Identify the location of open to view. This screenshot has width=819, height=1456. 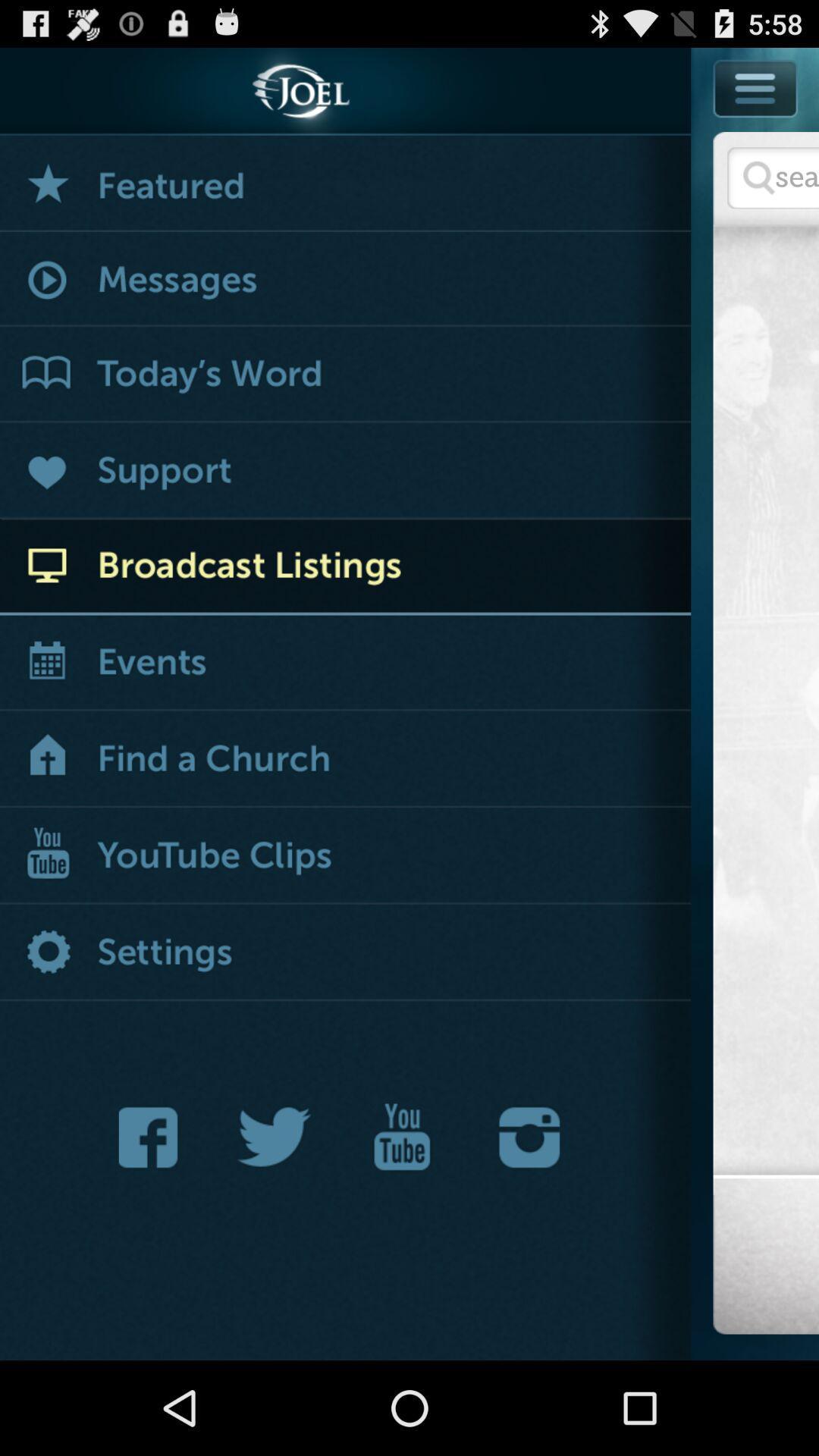
(345, 566).